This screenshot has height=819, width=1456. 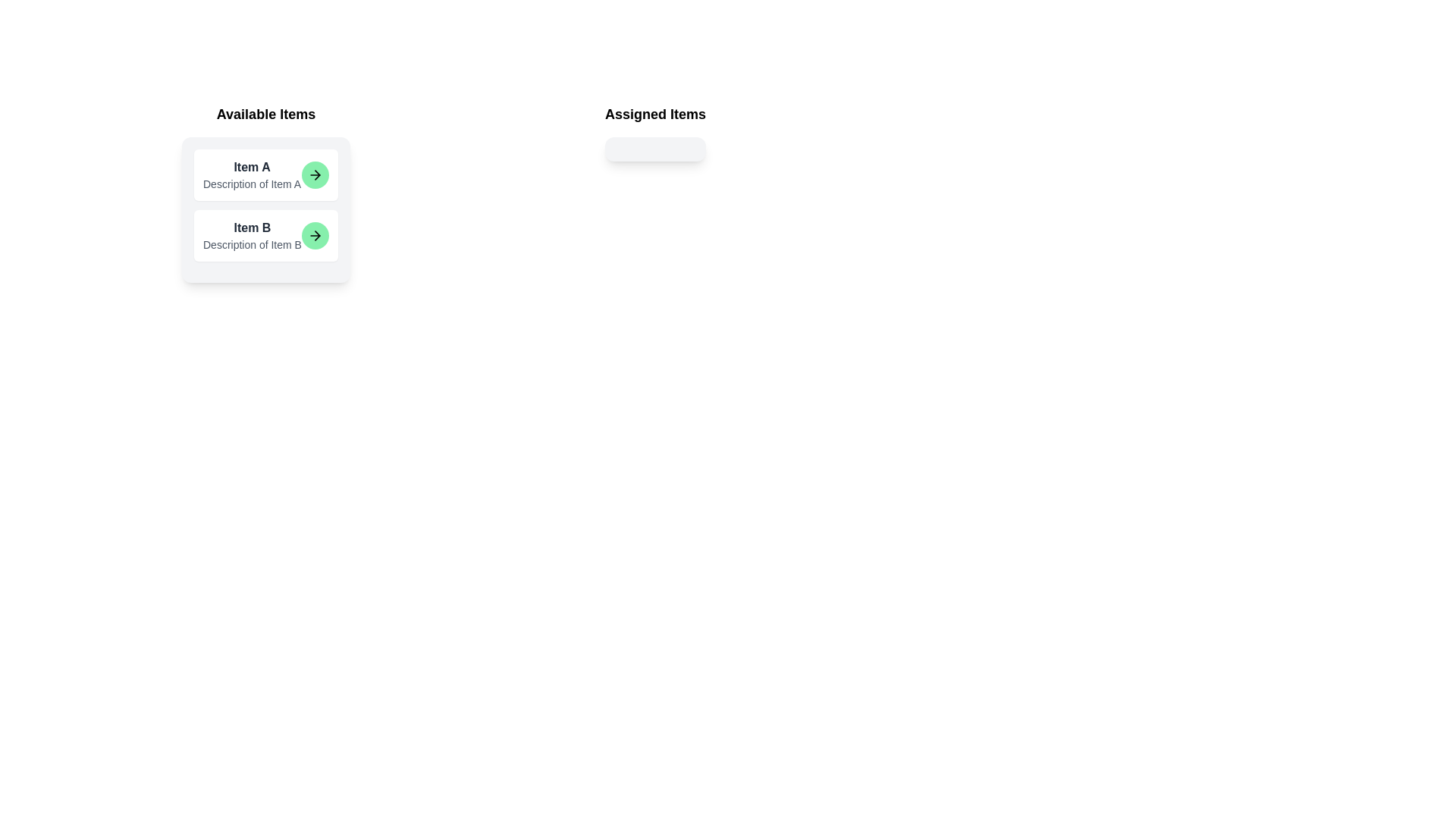 I want to click on move button next to the item Item A in the Available Items list, so click(x=314, y=174).